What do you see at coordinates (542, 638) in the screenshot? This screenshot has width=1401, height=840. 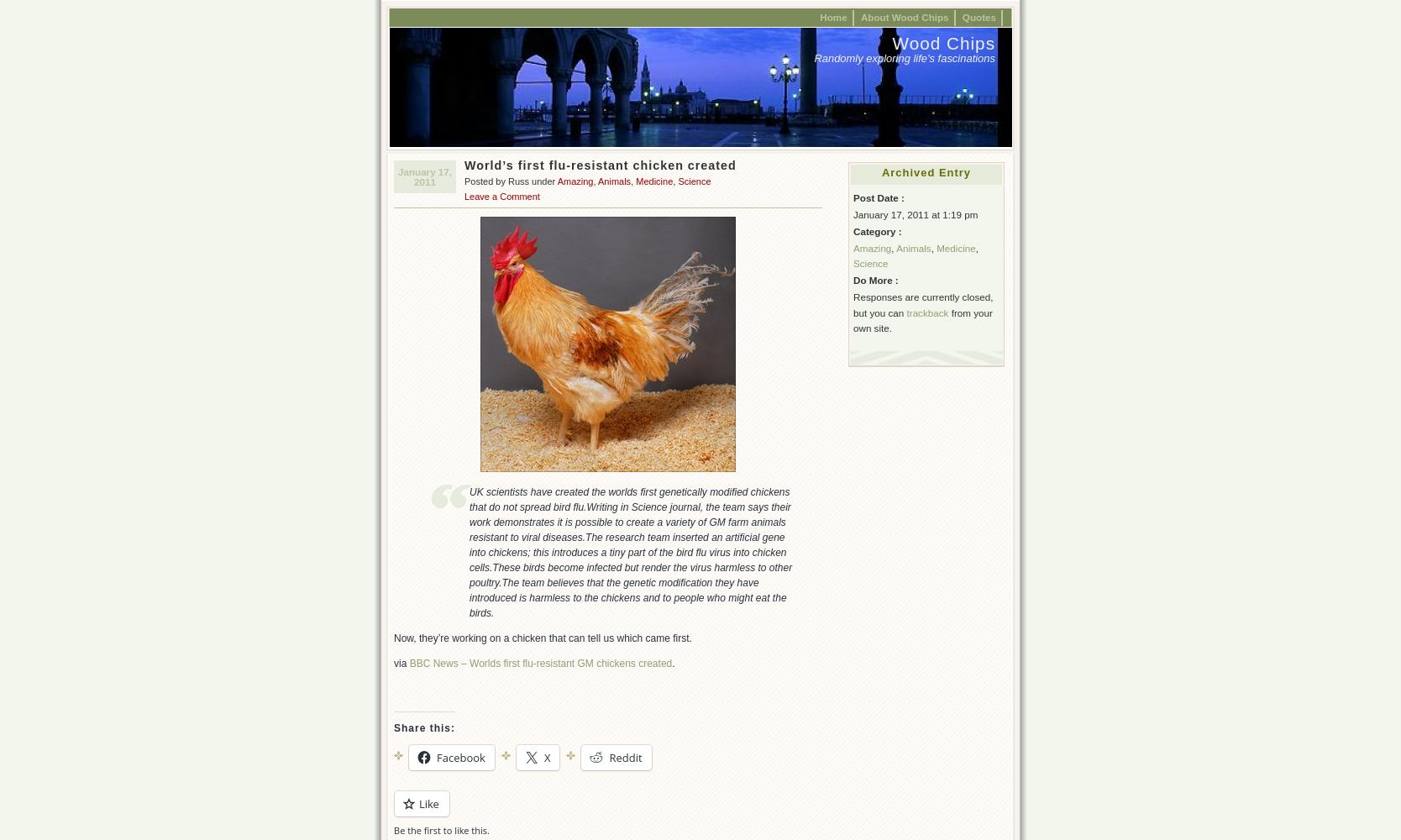 I see `'Now, they’re working on a chicken that can tell us which came first.'` at bounding box center [542, 638].